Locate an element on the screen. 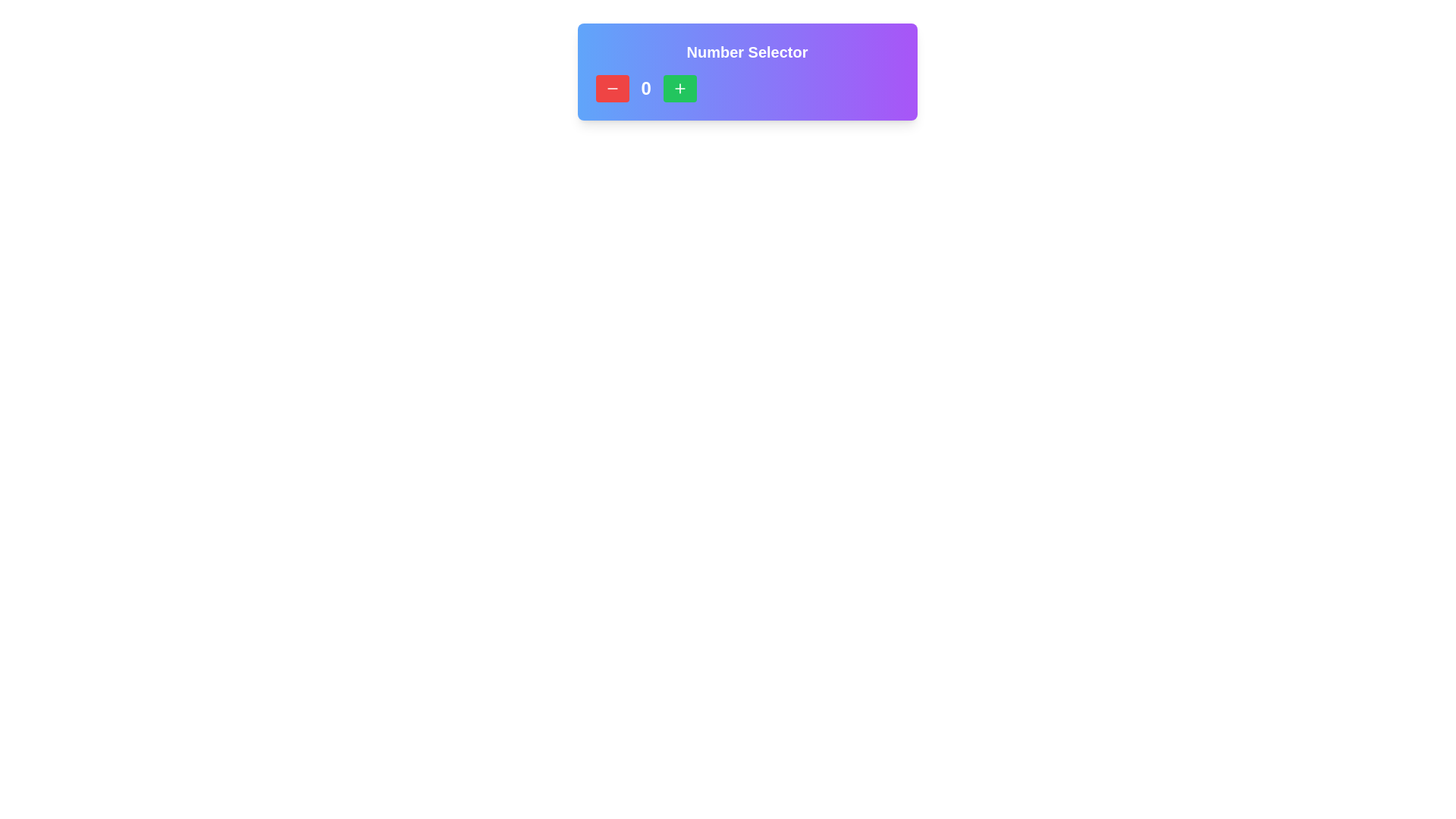  the decrement button (minus icon) located at the leftmost side of the 'Number Selector' component to decrement the value displayed in the adjacent zero indicator is located at coordinates (612, 88).